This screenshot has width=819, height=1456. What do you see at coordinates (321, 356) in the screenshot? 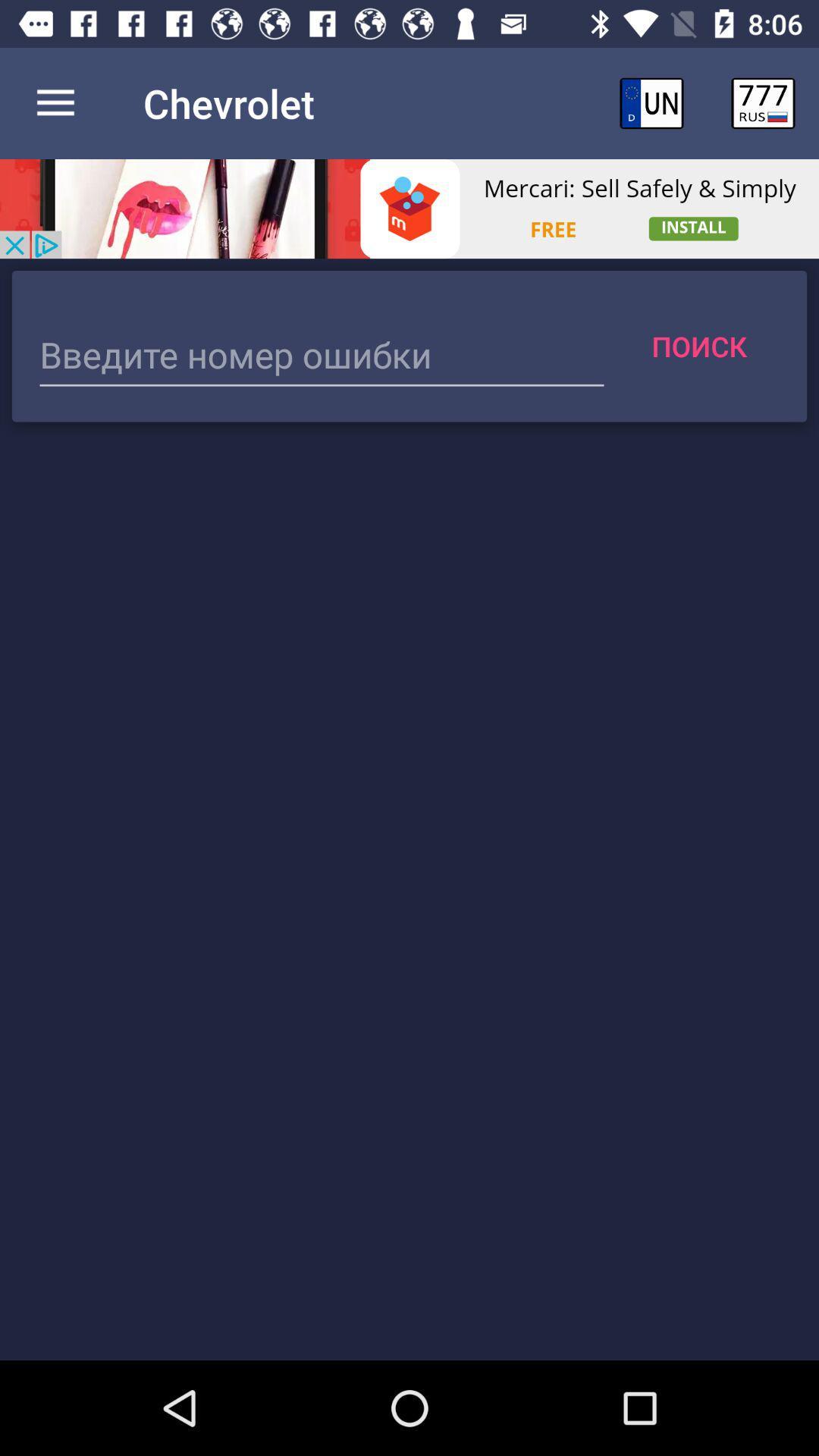
I see `text box to enter` at bounding box center [321, 356].